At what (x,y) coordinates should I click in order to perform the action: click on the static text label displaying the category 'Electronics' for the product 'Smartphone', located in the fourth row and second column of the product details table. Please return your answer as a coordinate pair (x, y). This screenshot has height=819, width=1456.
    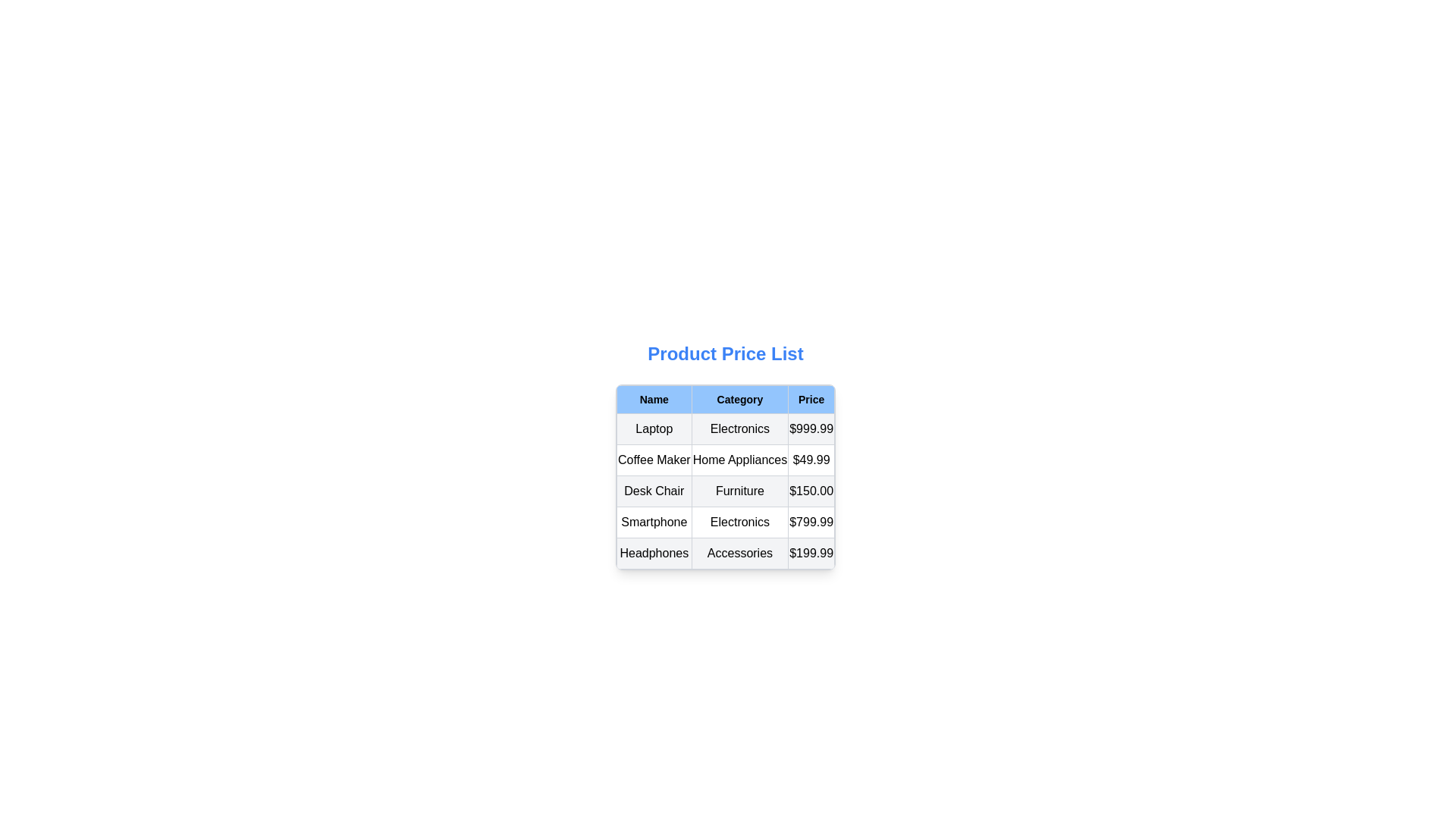
    Looking at the image, I should click on (739, 522).